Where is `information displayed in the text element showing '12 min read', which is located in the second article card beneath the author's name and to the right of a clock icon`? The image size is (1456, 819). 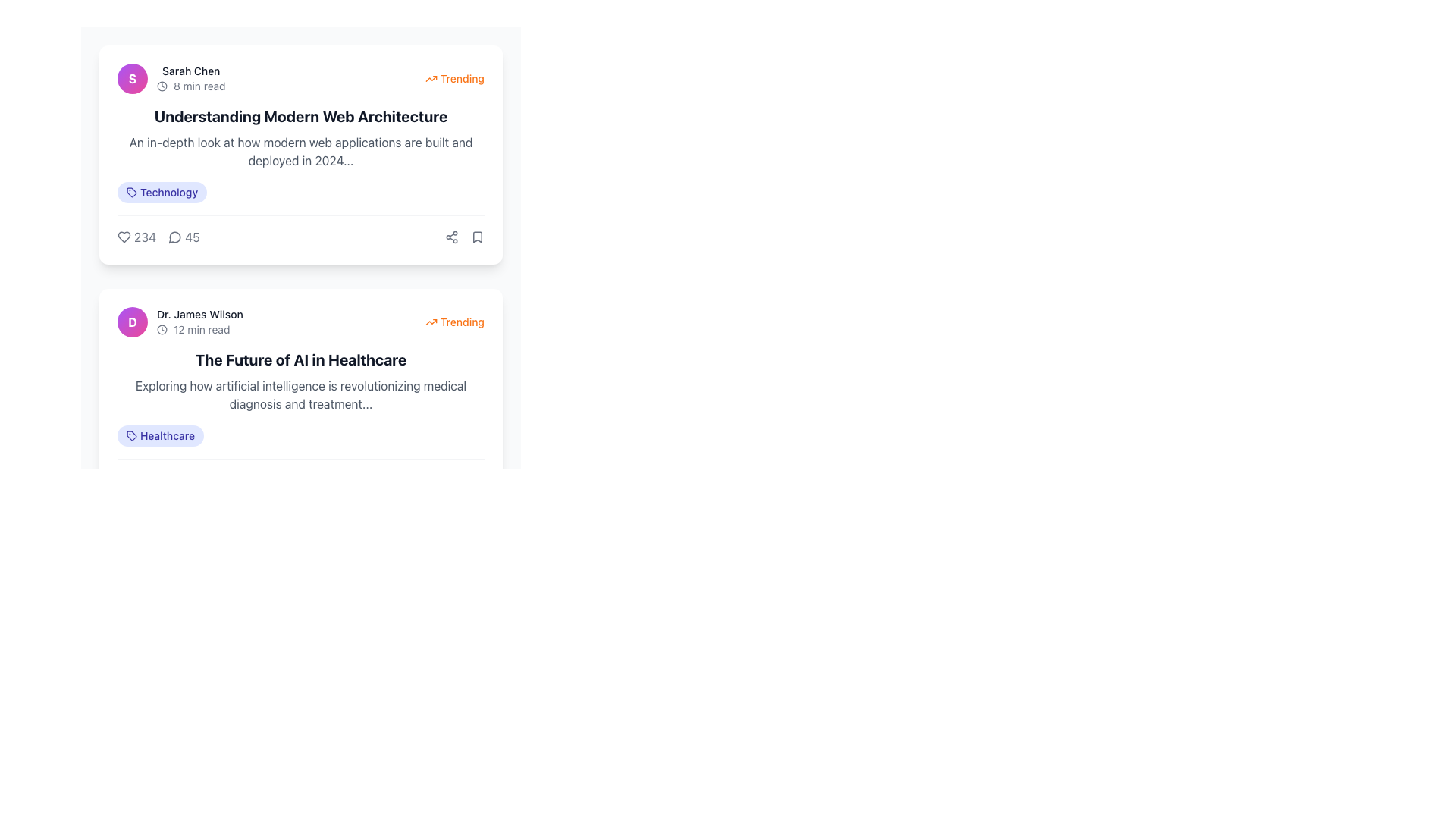 information displayed in the text element showing '12 min read', which is located in the second article card beneath the author's name and to the right of a clock icon is located at coordinates (201, 329).